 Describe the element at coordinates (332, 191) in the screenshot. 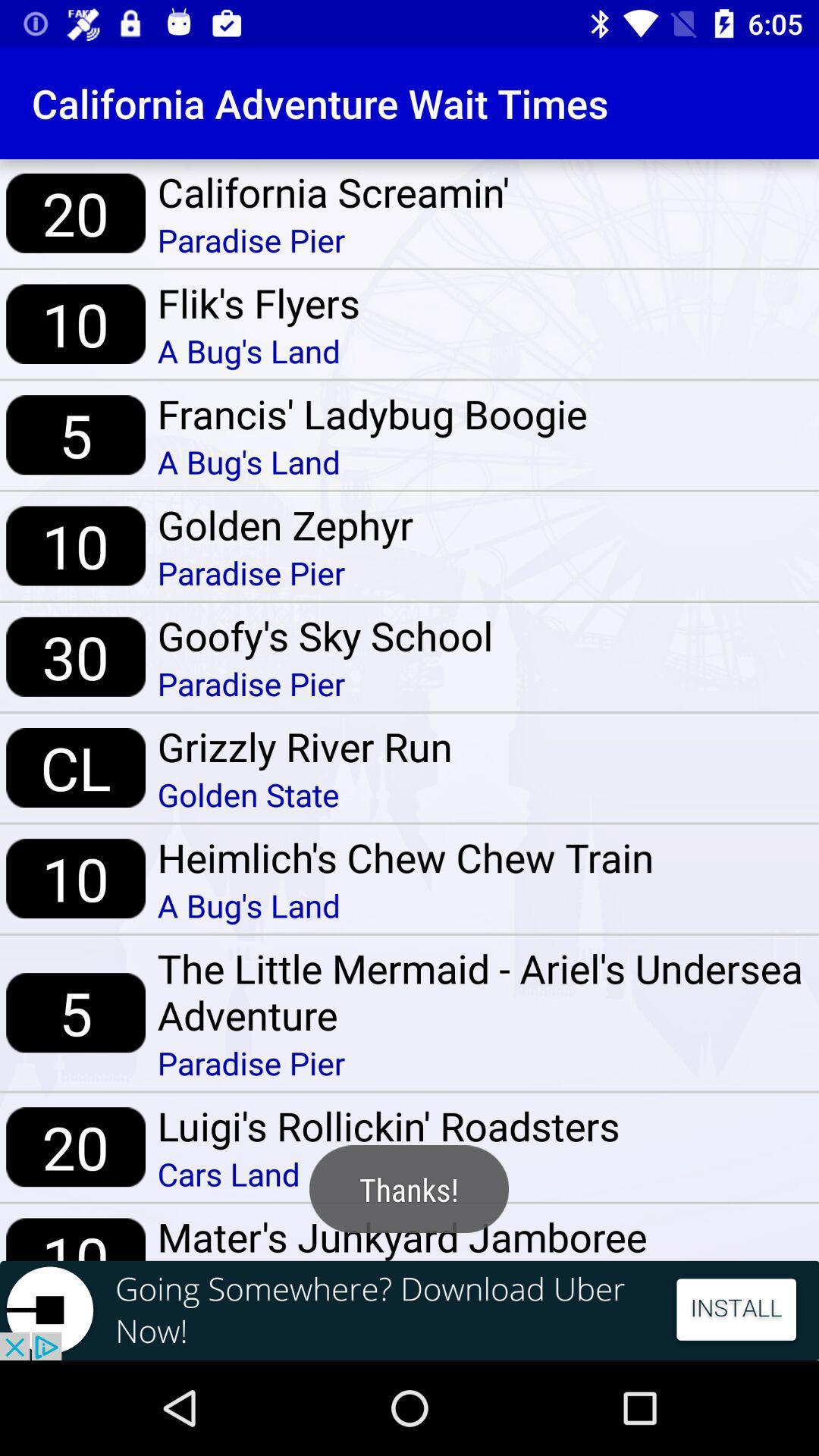

I see `item above the paradise pier` at that location.